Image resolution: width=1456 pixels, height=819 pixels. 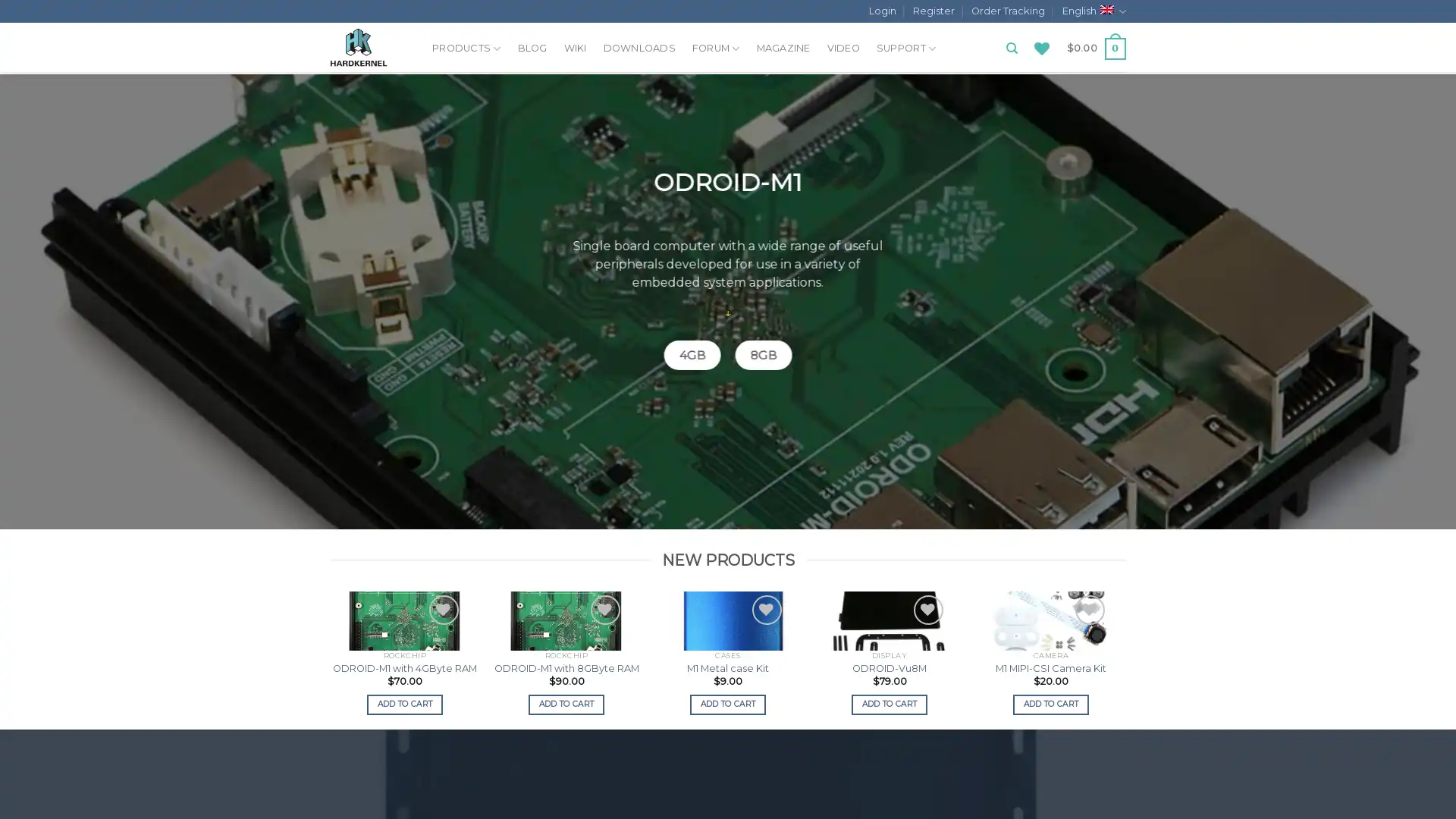 What do you see at coordinates (119, 609) in the screenshot?
I see `Wishlist` at bounding box center [119, 609].